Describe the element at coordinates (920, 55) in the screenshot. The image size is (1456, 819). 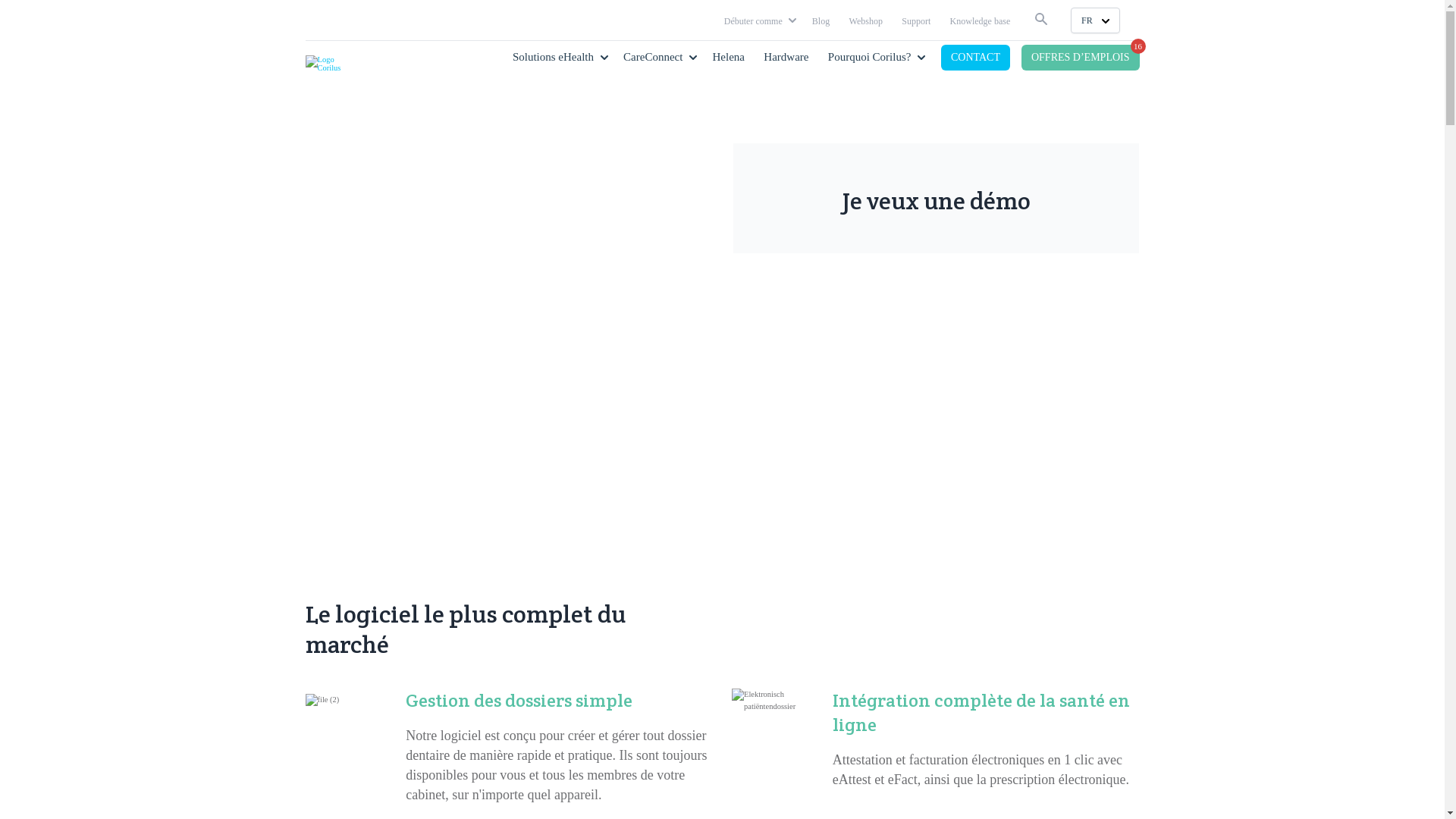
I see `'SHOW SUBMENU FOR POURQUOI CORILUS?'` at that location.